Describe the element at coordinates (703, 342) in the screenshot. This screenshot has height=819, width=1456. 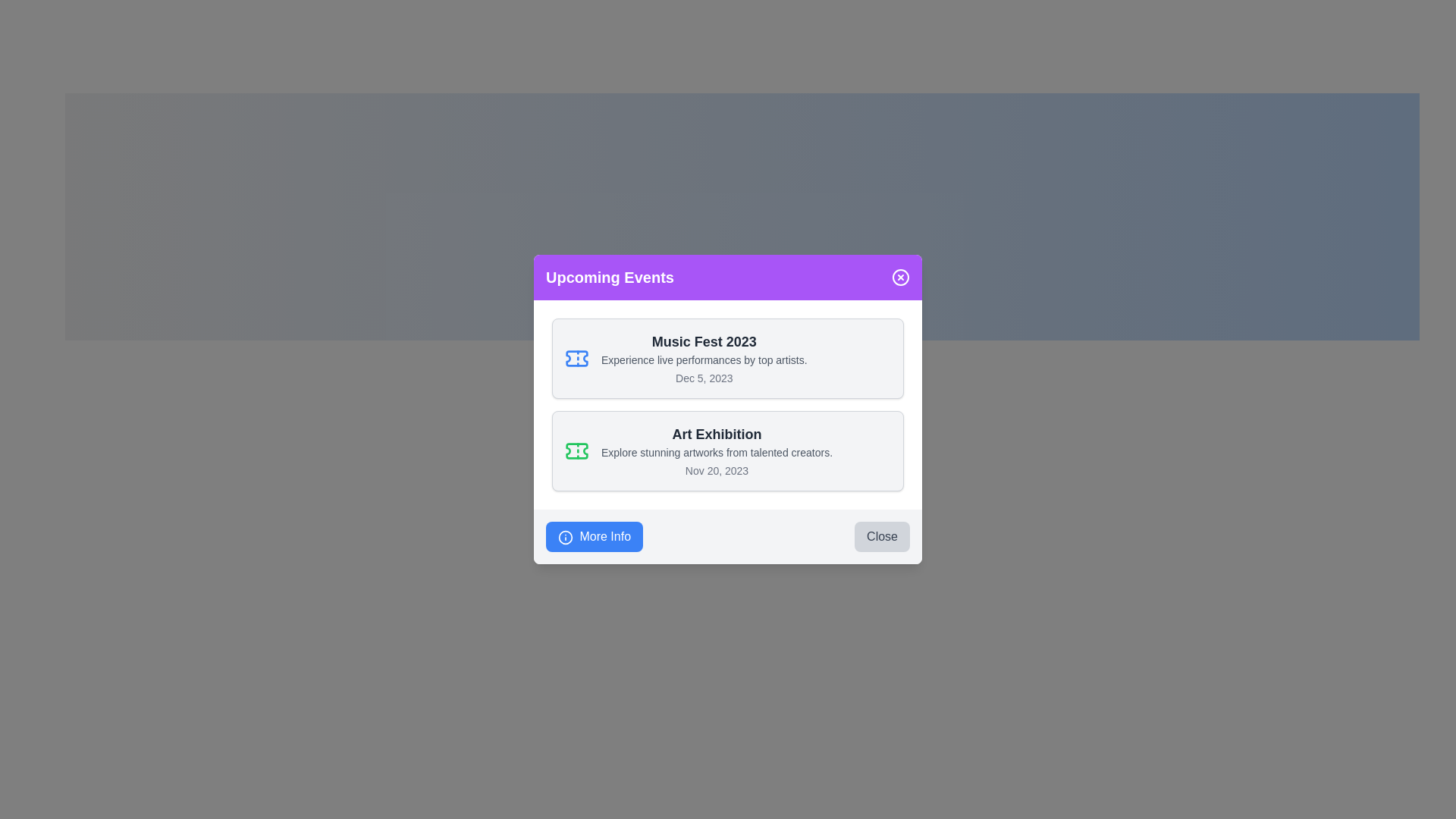
I see `the main title text label for the 'Music Fest 2023' event` at that location.